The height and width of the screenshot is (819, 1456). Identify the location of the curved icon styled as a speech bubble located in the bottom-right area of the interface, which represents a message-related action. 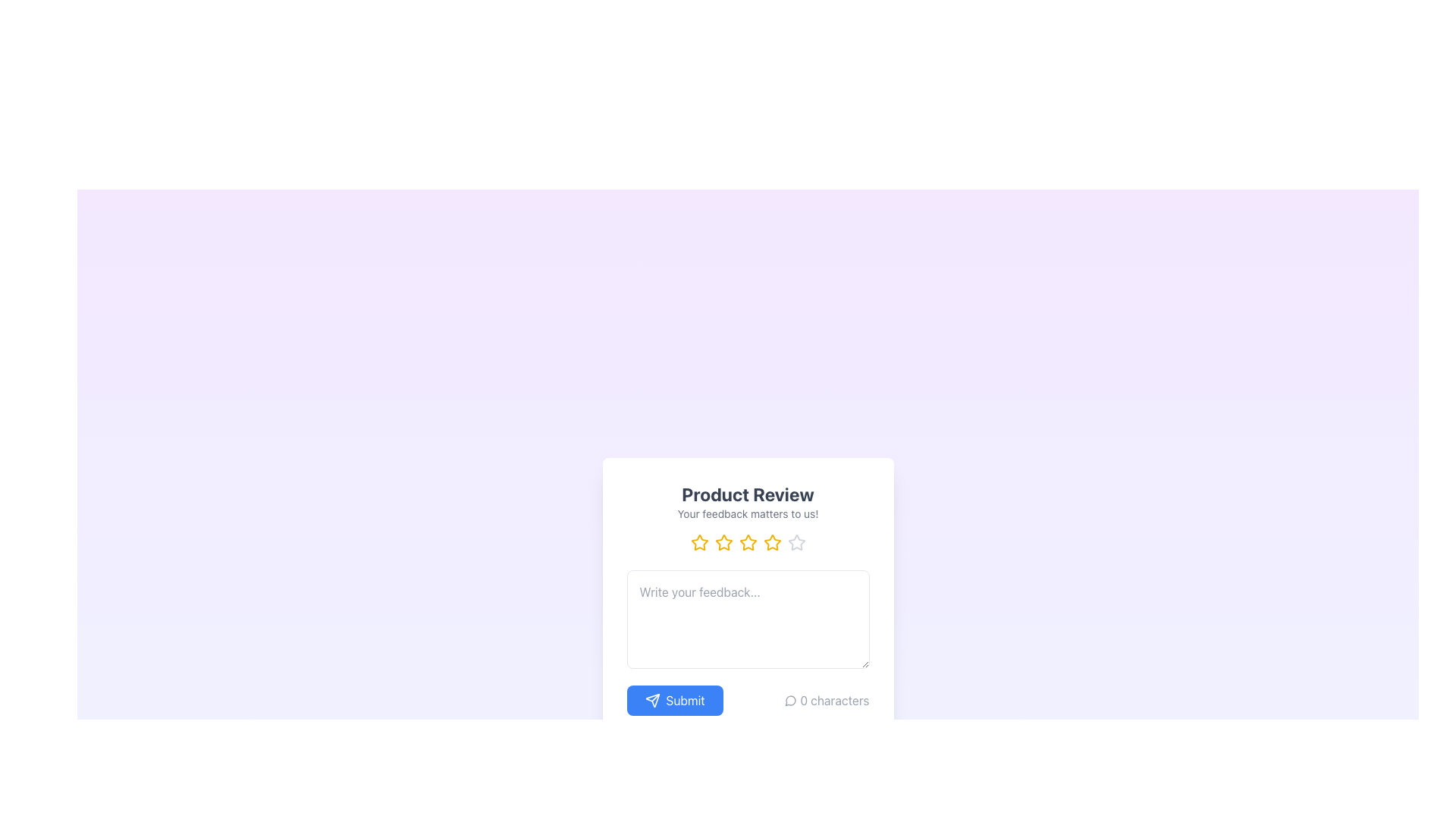
(789, 701).